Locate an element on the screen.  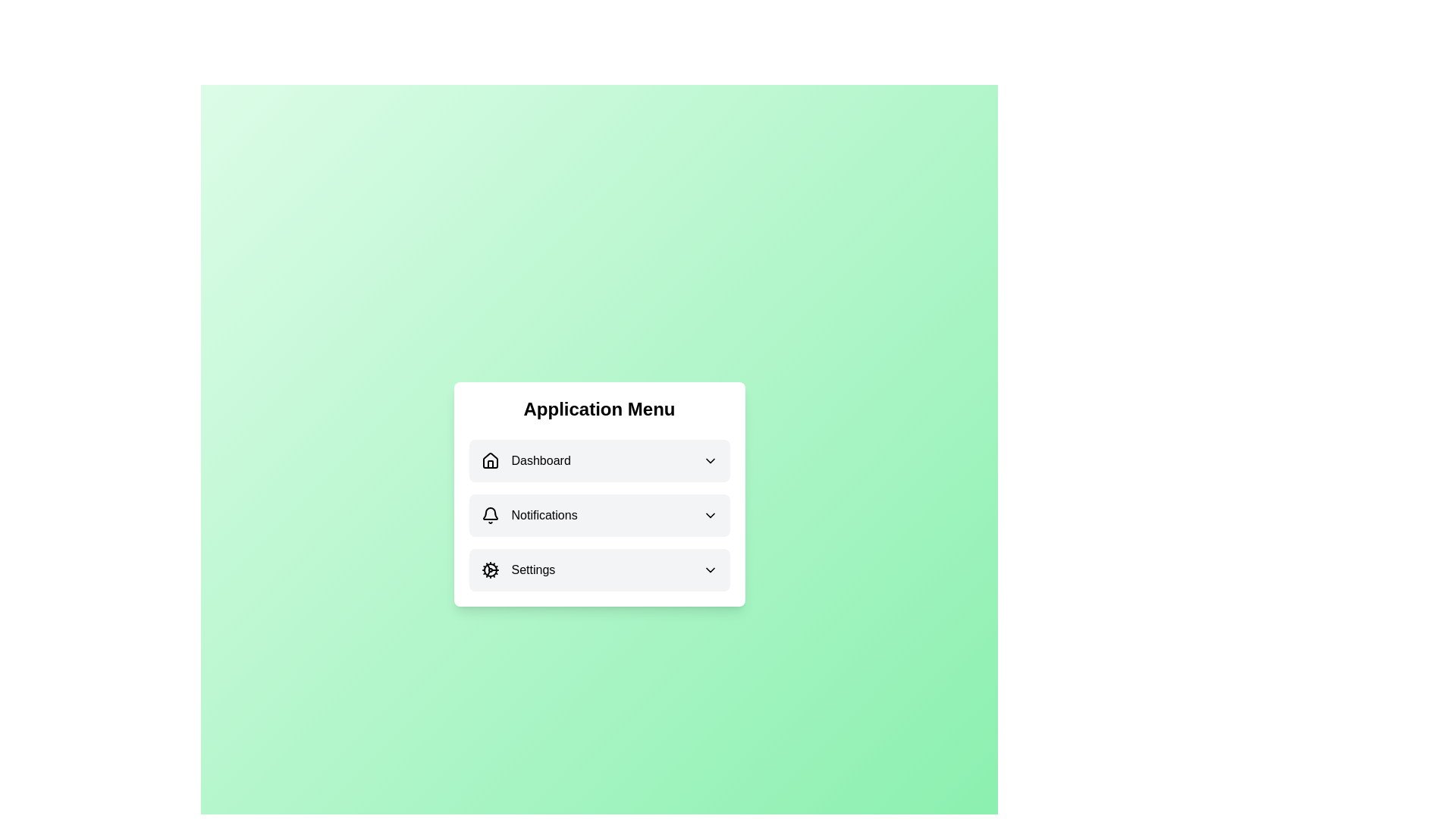
the downward-facing chevron icon located on the right side of the 'Settings' option is located at coordinates (709, 570).